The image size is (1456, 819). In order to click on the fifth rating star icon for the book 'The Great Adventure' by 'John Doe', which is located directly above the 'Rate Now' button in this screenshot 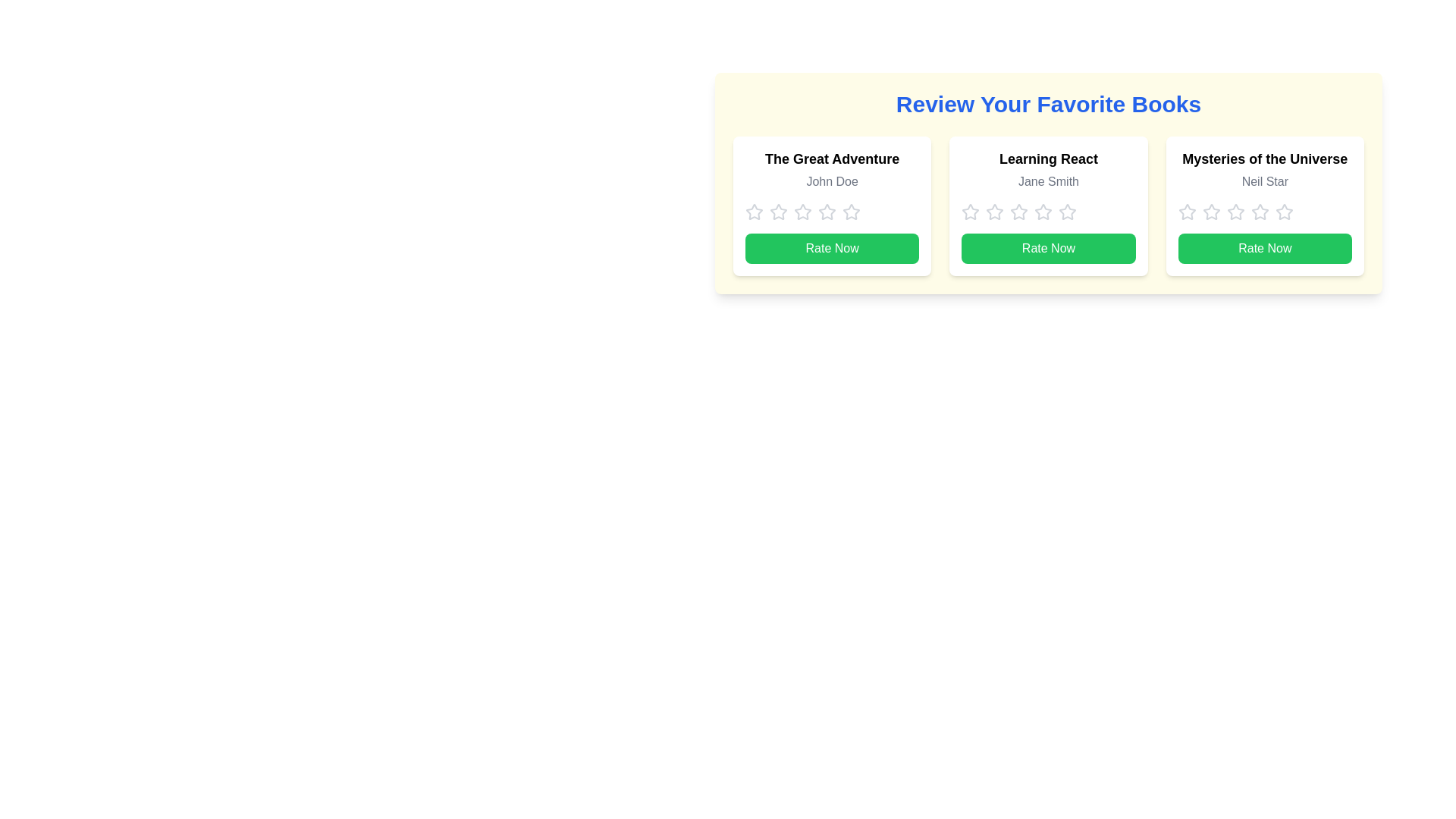, I will do `click(826, 212)`.